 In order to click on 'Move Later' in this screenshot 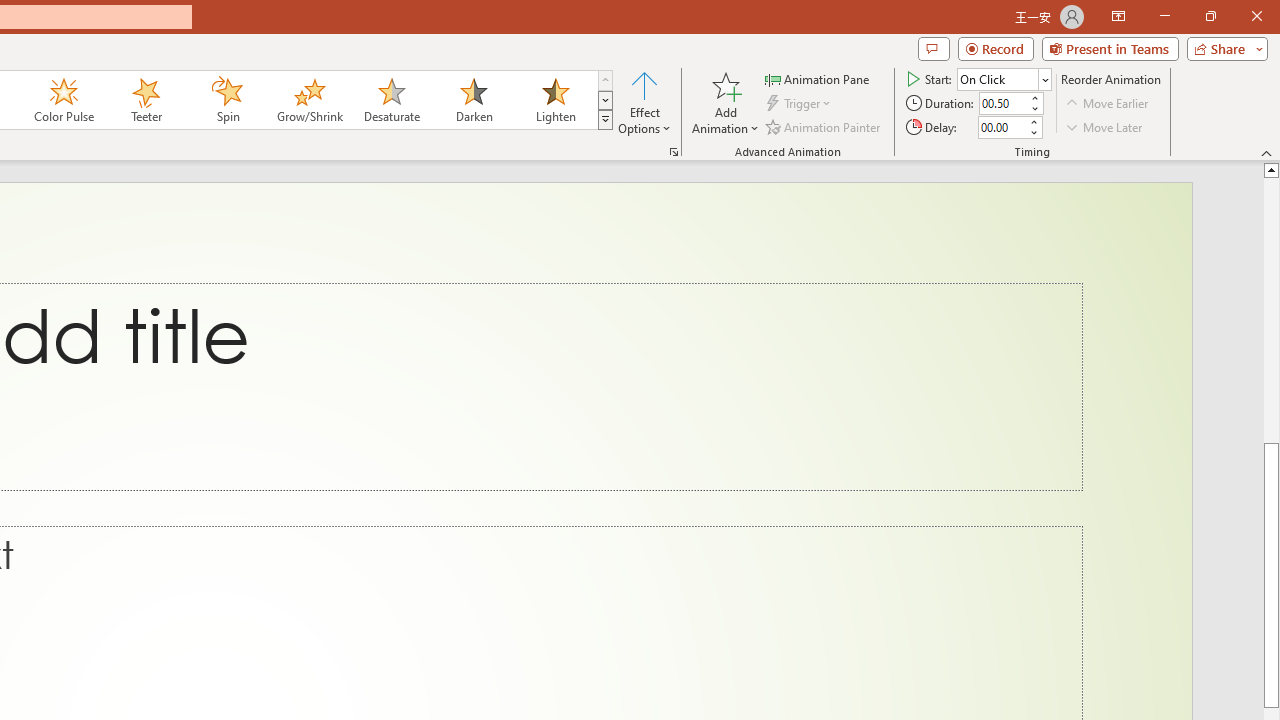, I will do `click(1104, 127)`.